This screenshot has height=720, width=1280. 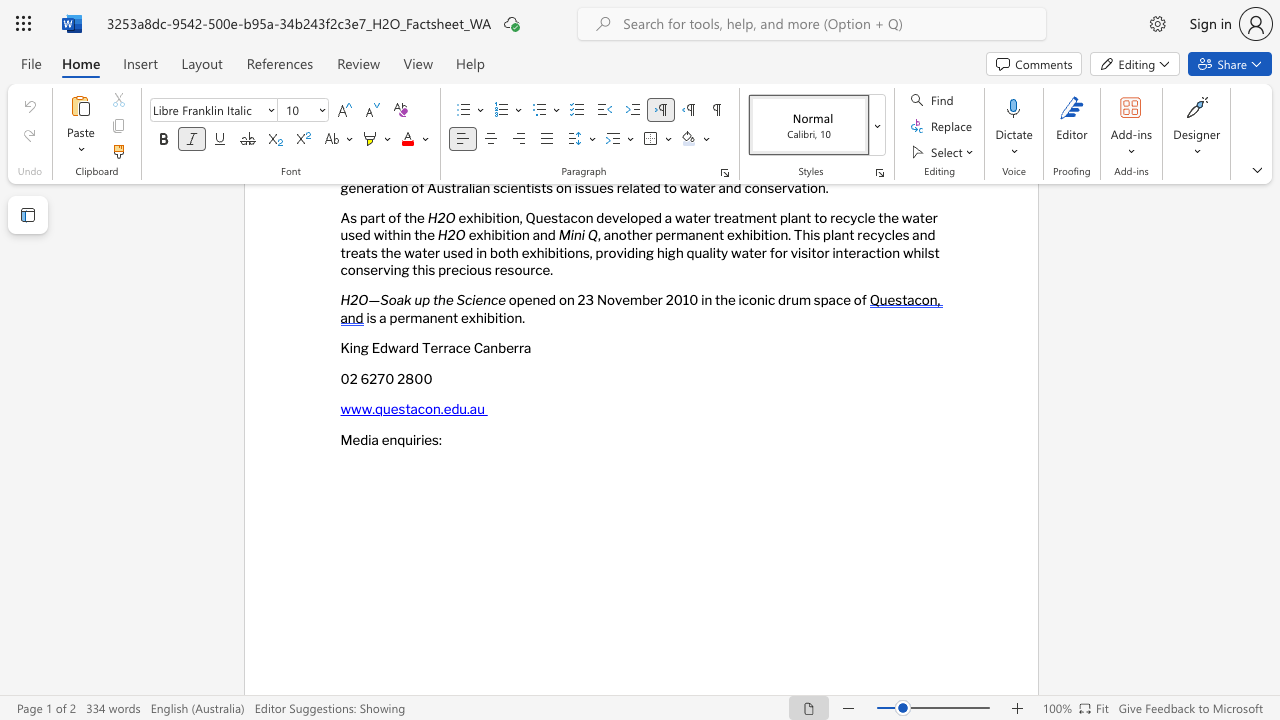 What do you see at coordinates (397, 438) in the screenshot?
I see `the space between the continuous character "n" and "q" in the text` at bounding box center [397, 438].